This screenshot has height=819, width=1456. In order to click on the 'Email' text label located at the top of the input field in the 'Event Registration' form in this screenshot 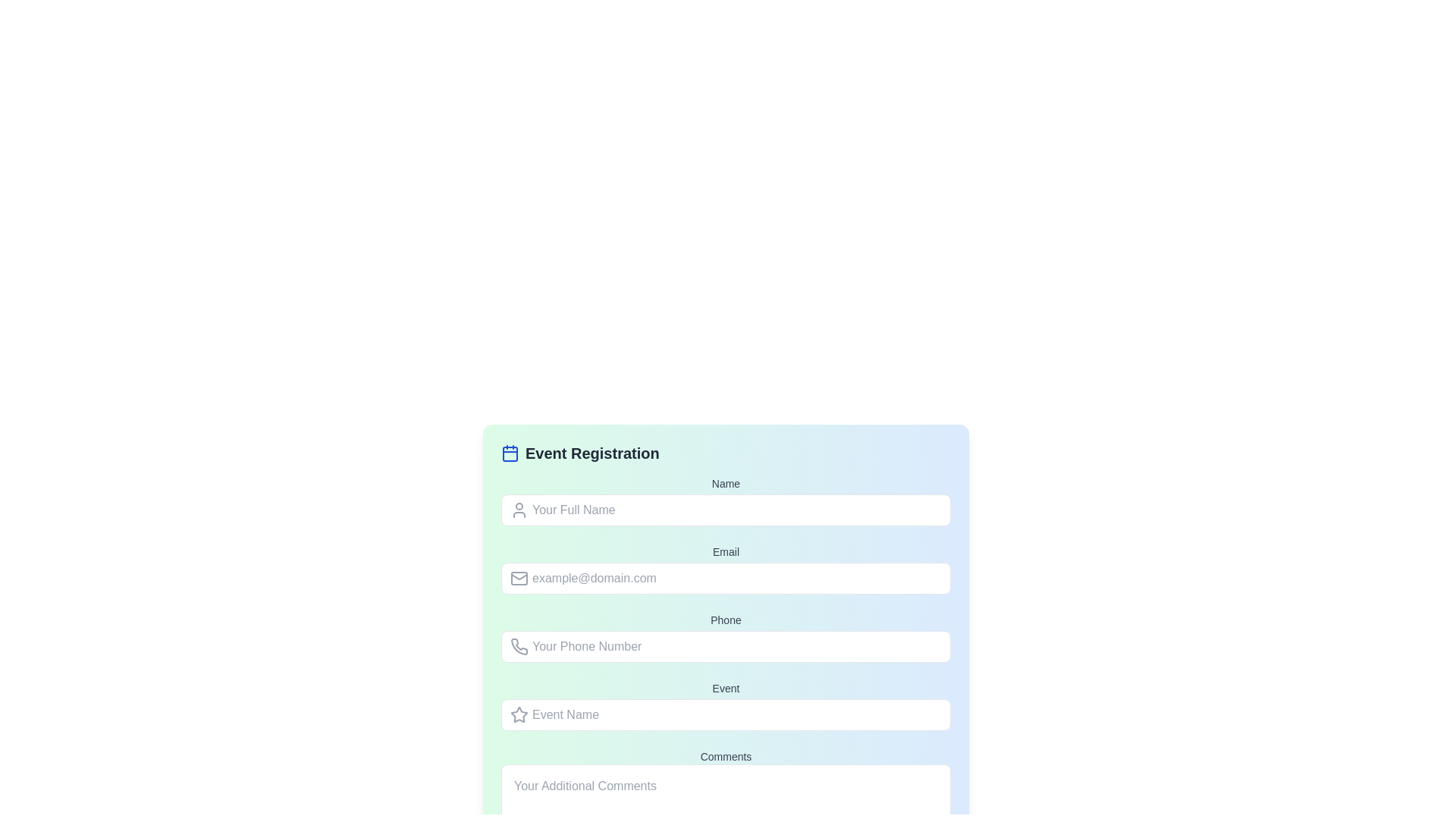, I will do `click(725, 552)`.